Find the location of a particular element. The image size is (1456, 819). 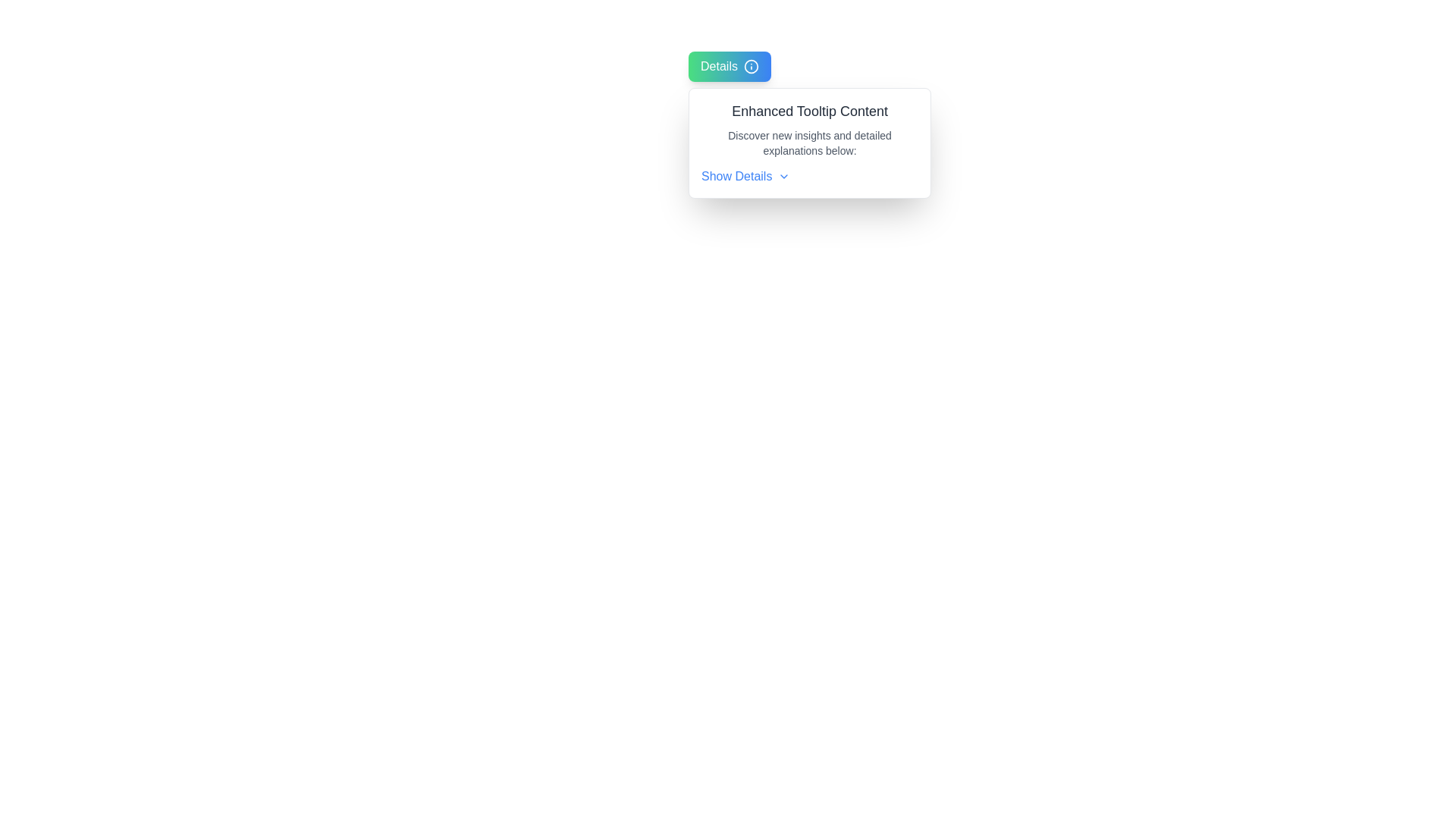

the 'Details' button, which is a rectangular button with a gradient background transitioning from green to blue, containing white text aligned to the left and an info icon on the right is located at coordinates (730, 66).